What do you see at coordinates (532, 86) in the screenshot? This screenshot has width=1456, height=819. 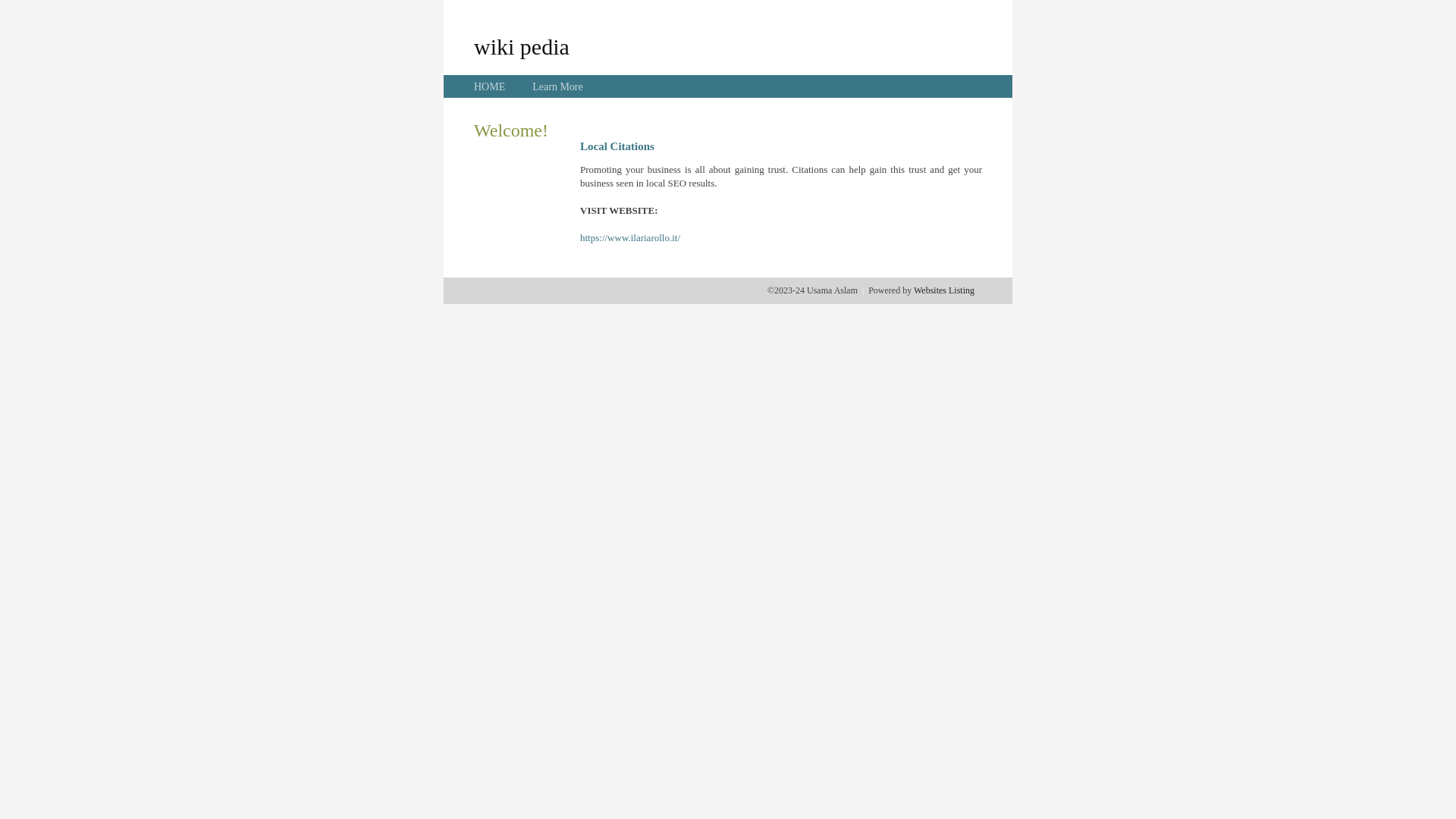 I see `'Learn More'` at bounding box center [532, 86].